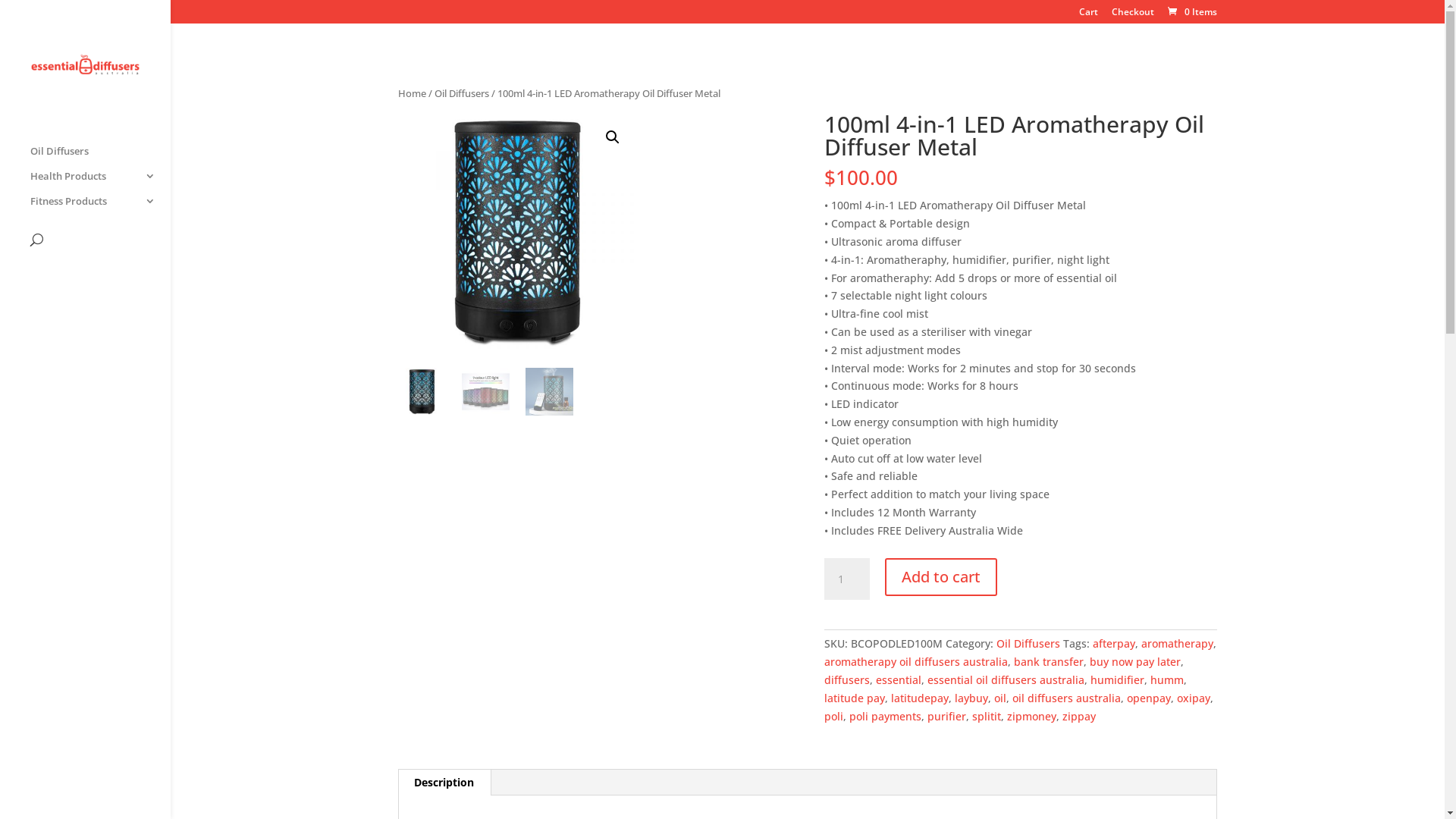 This screenshot has height=819, width=1456. Describe the element at coordinates (971, 698) in the screenshot. I see `'laybuy'` at that location.